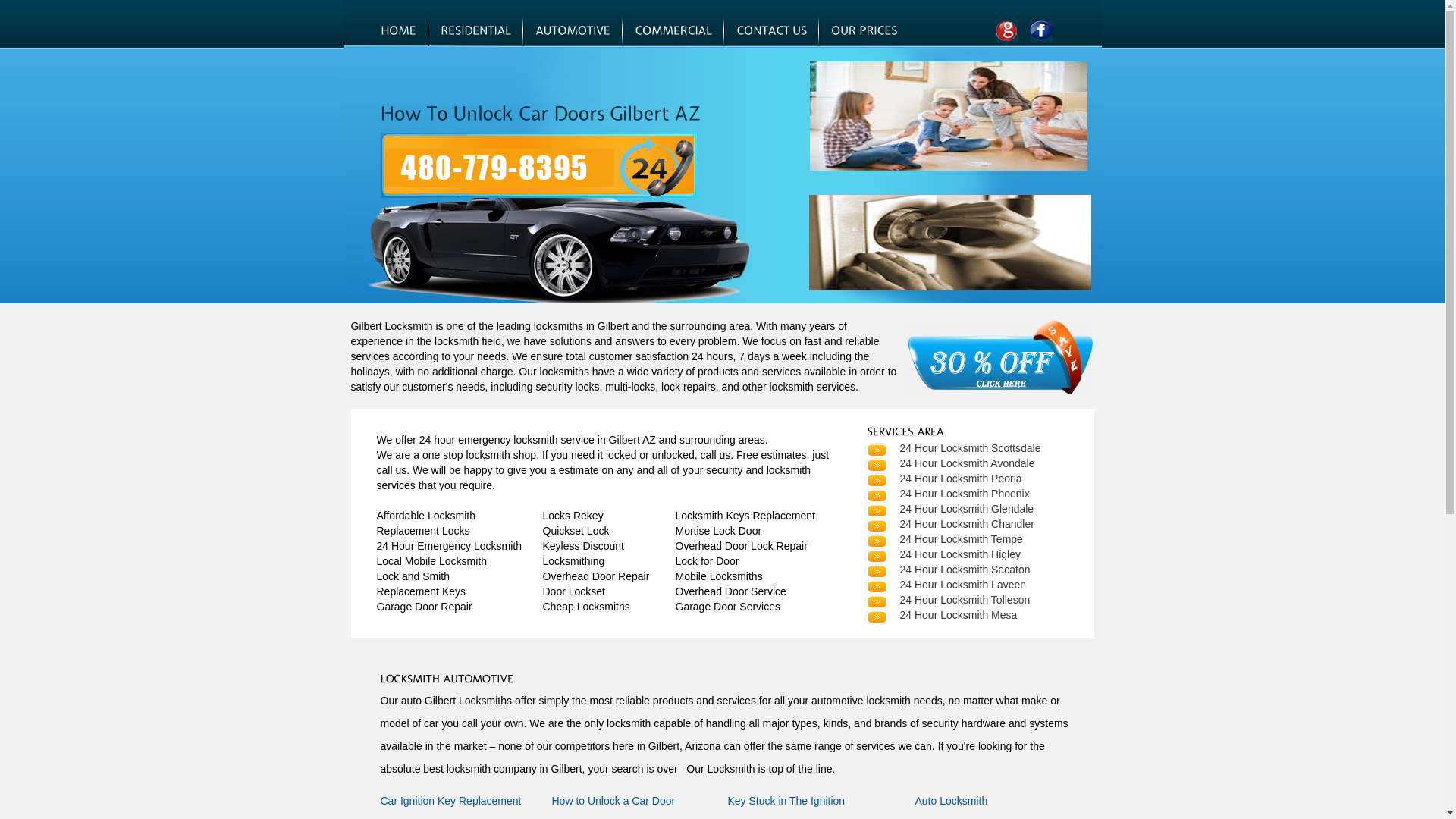 Image resolution: width=1456 pixels, height=819 pixels. I want to click on 'Affordable Locksmith', so click(425, 514).